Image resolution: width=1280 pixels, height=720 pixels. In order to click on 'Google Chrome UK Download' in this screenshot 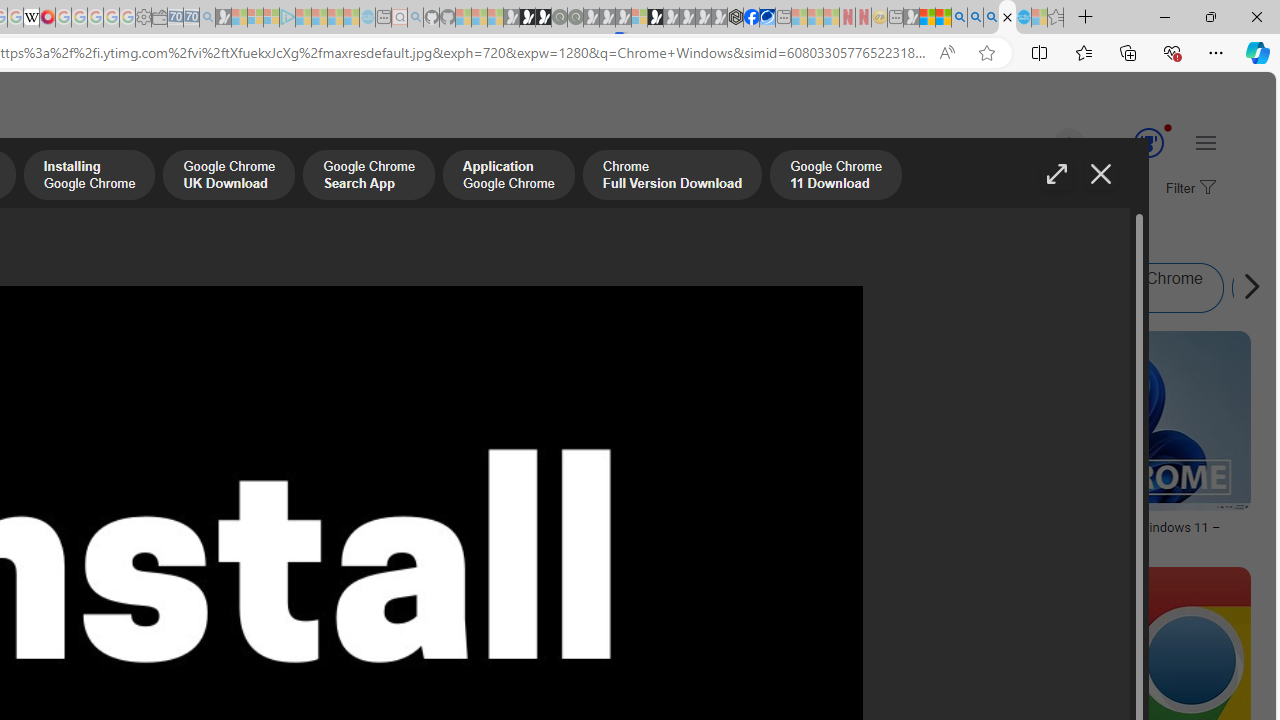, I will do `click(228, 176)`.